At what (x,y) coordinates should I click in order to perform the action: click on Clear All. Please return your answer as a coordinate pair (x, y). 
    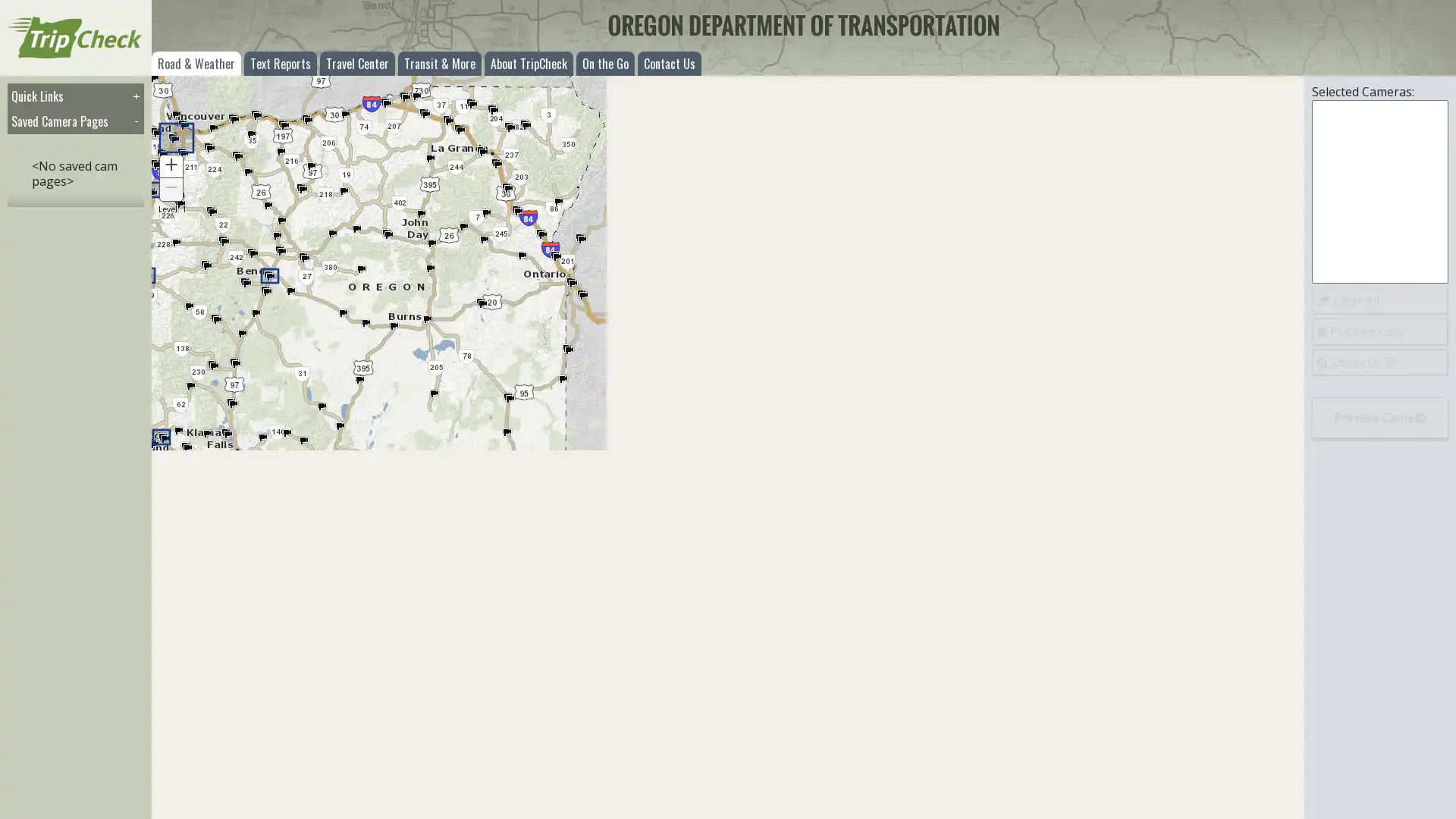
    Looking at the image, I should click on (1379, 300).